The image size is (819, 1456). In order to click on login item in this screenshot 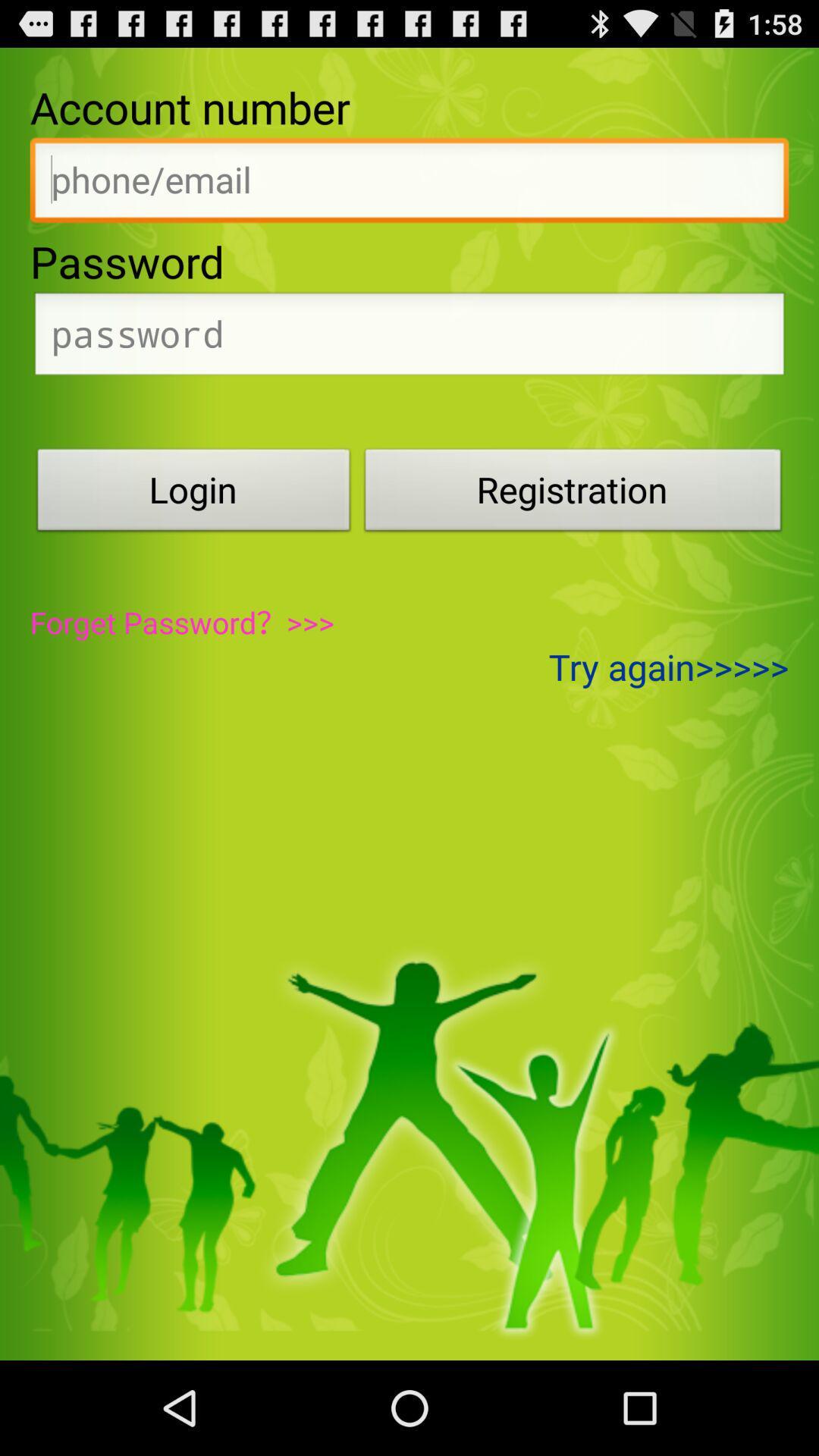, I will do `click(193, 494)`.